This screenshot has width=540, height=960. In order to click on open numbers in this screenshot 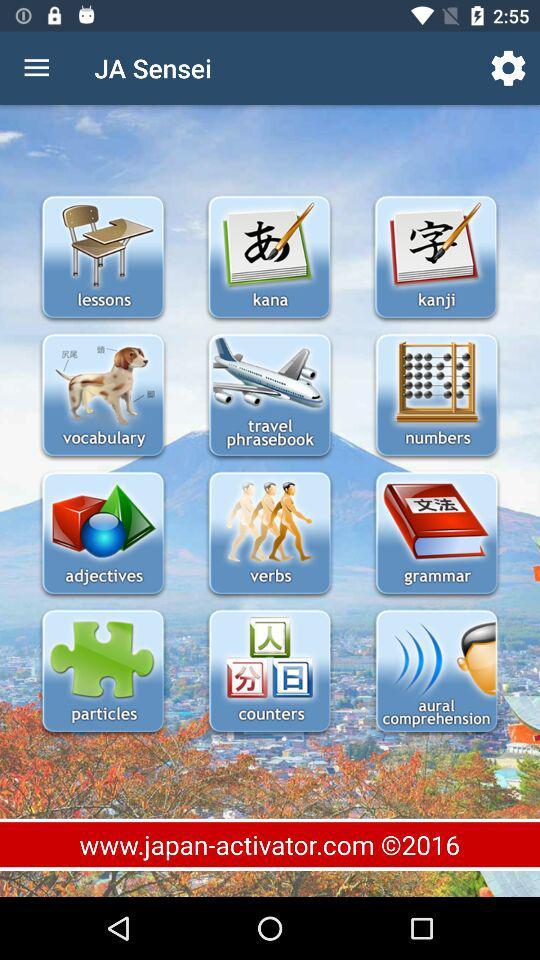, I will do `click(435, 396)`.